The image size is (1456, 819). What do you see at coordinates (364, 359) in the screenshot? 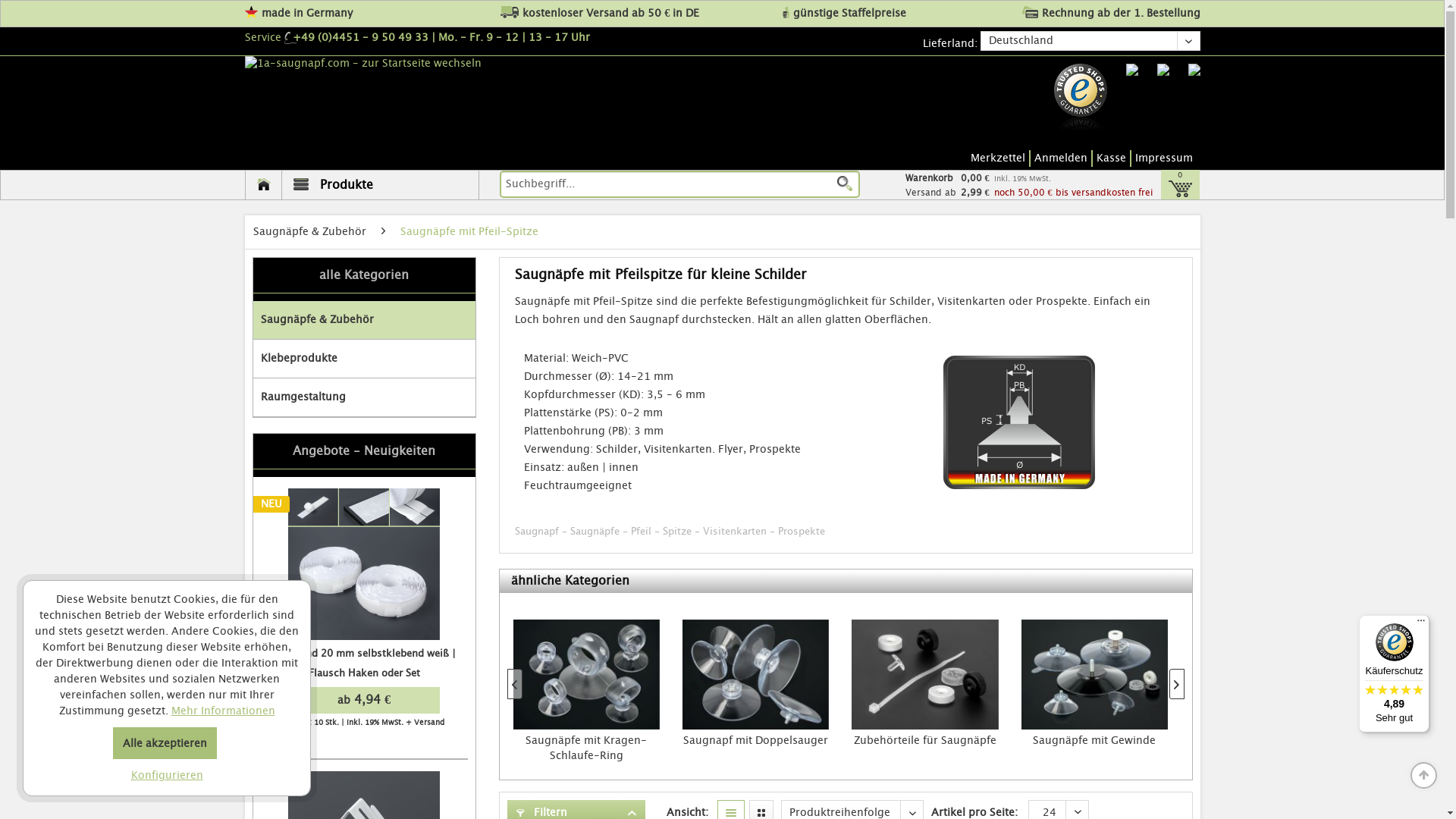
I see `'Klebeprodukte'` at bounding box center [364, 359].